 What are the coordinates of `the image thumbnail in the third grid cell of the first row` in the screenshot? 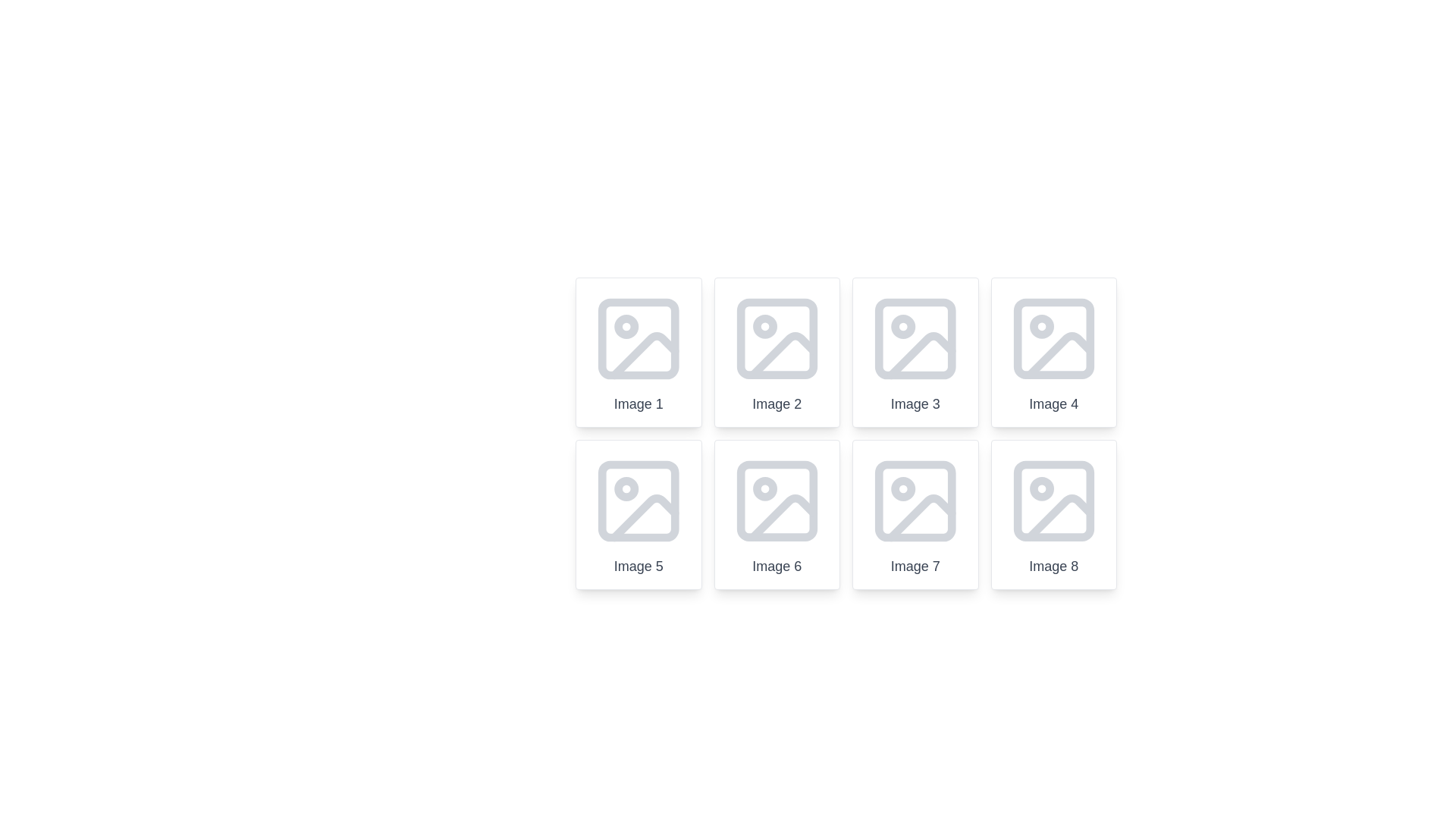 It's located at (846, 433).